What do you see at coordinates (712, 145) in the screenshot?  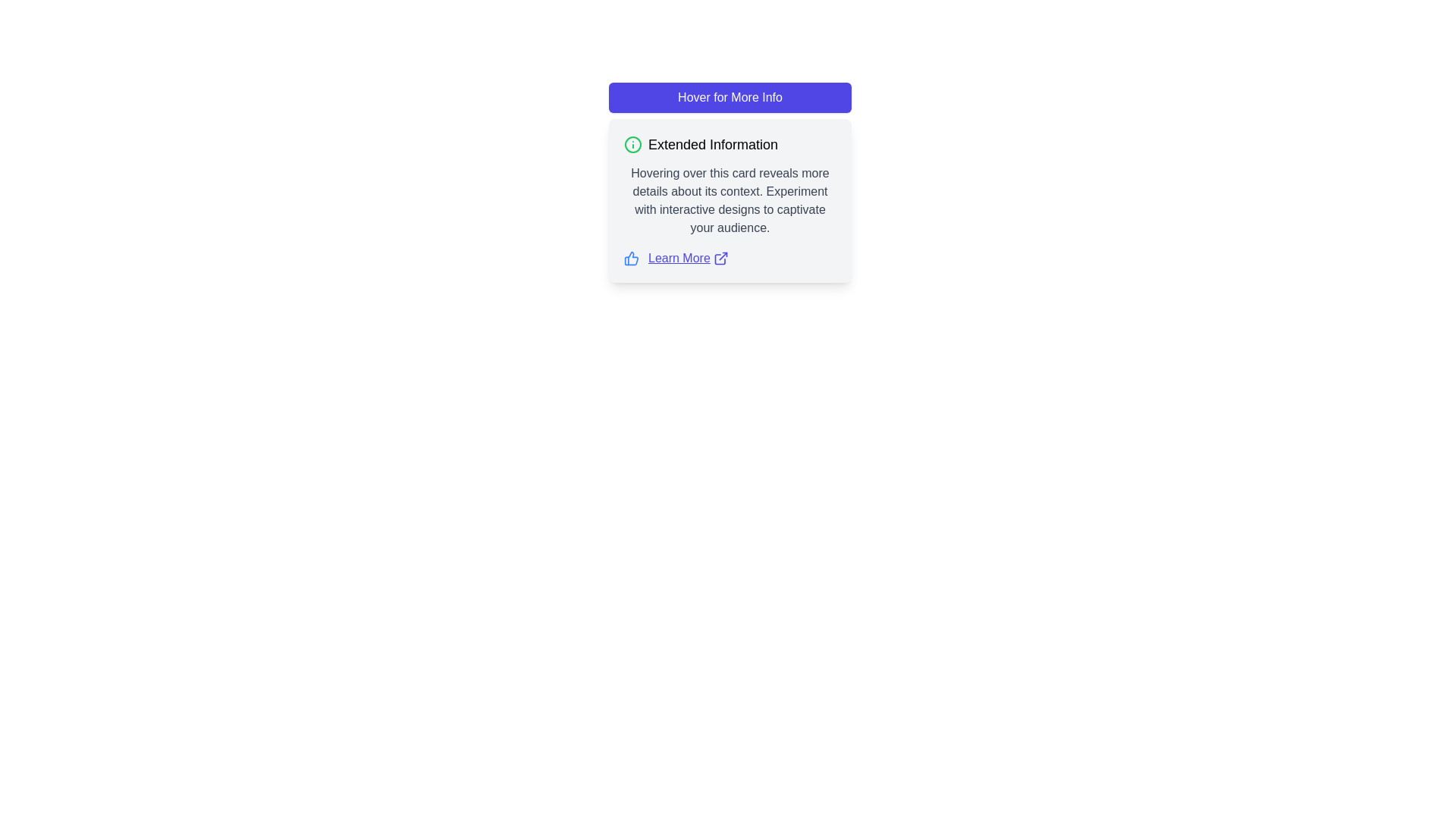 I see `the text label displaying 'Extended Information', which is styled prominently as a header and positioned centrally in the card` at bounding box center [712, 145].